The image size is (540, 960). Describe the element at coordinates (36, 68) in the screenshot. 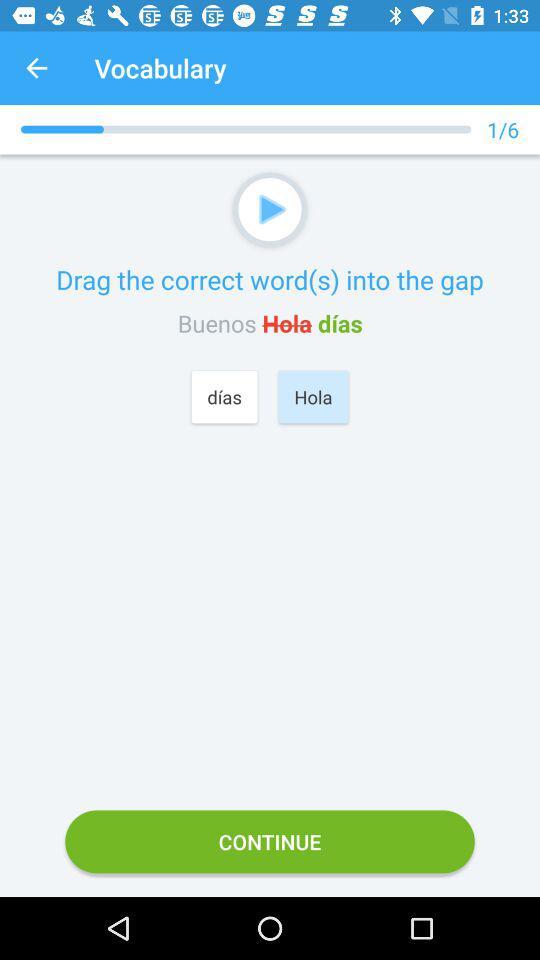

I see `item to the left of vocabulary app` at that location.